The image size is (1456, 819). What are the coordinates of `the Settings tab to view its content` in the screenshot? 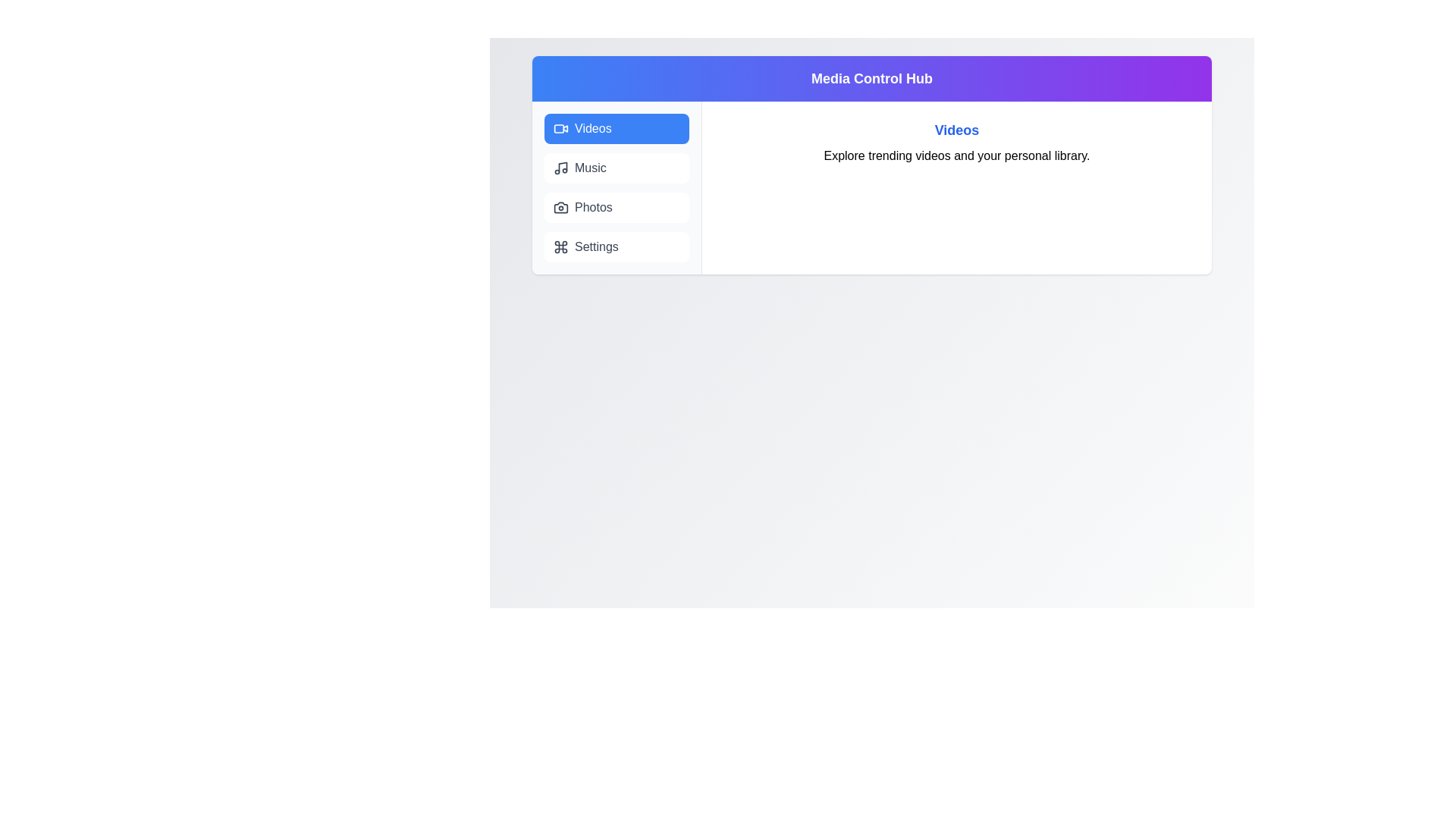 It's located at (617, 246).